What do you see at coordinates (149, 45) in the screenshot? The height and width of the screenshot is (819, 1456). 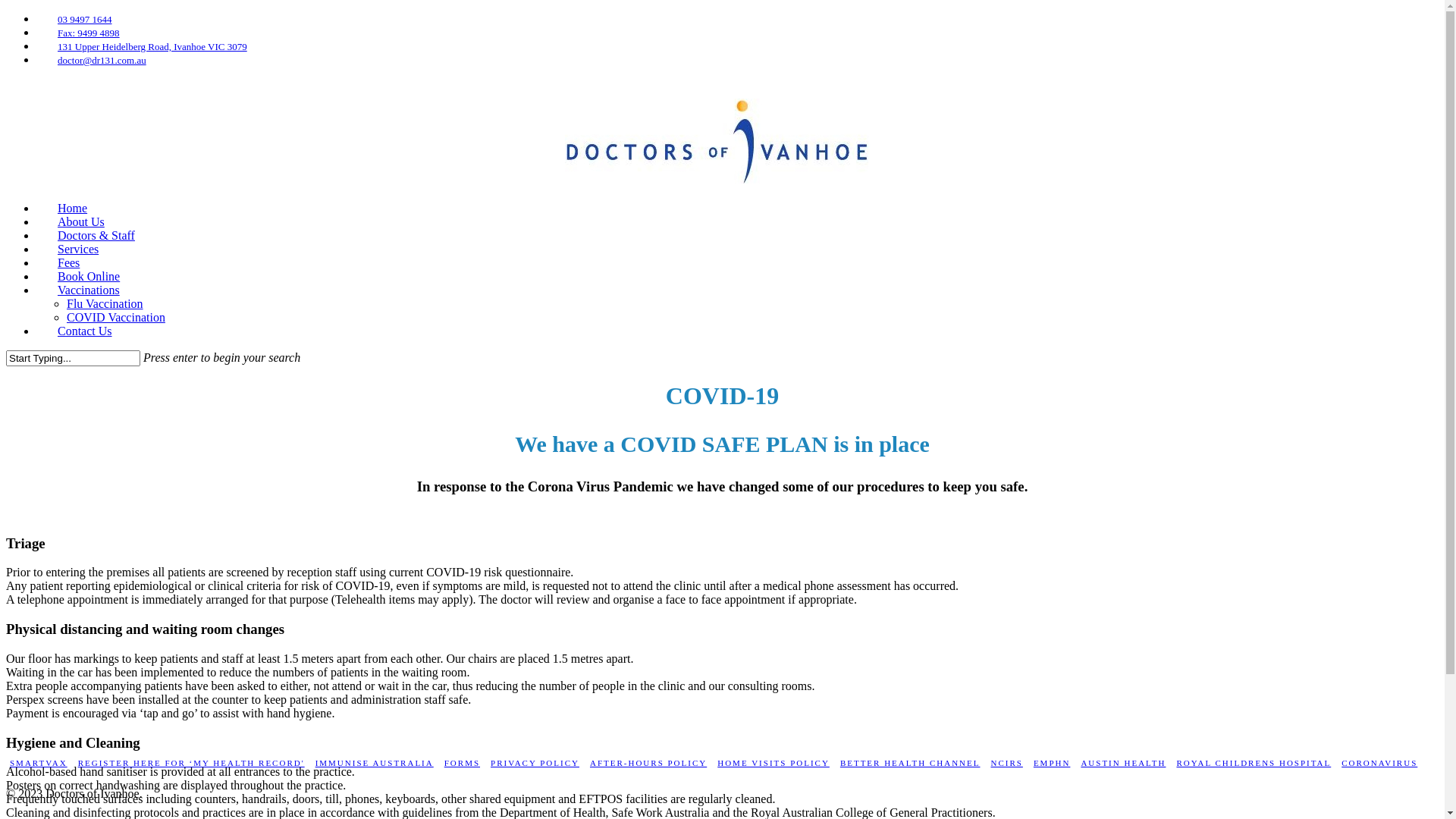 I see `'131 Upper Heidelberg Road, Ivanhoe VIC 3079'` at bounding box center [149, 45].